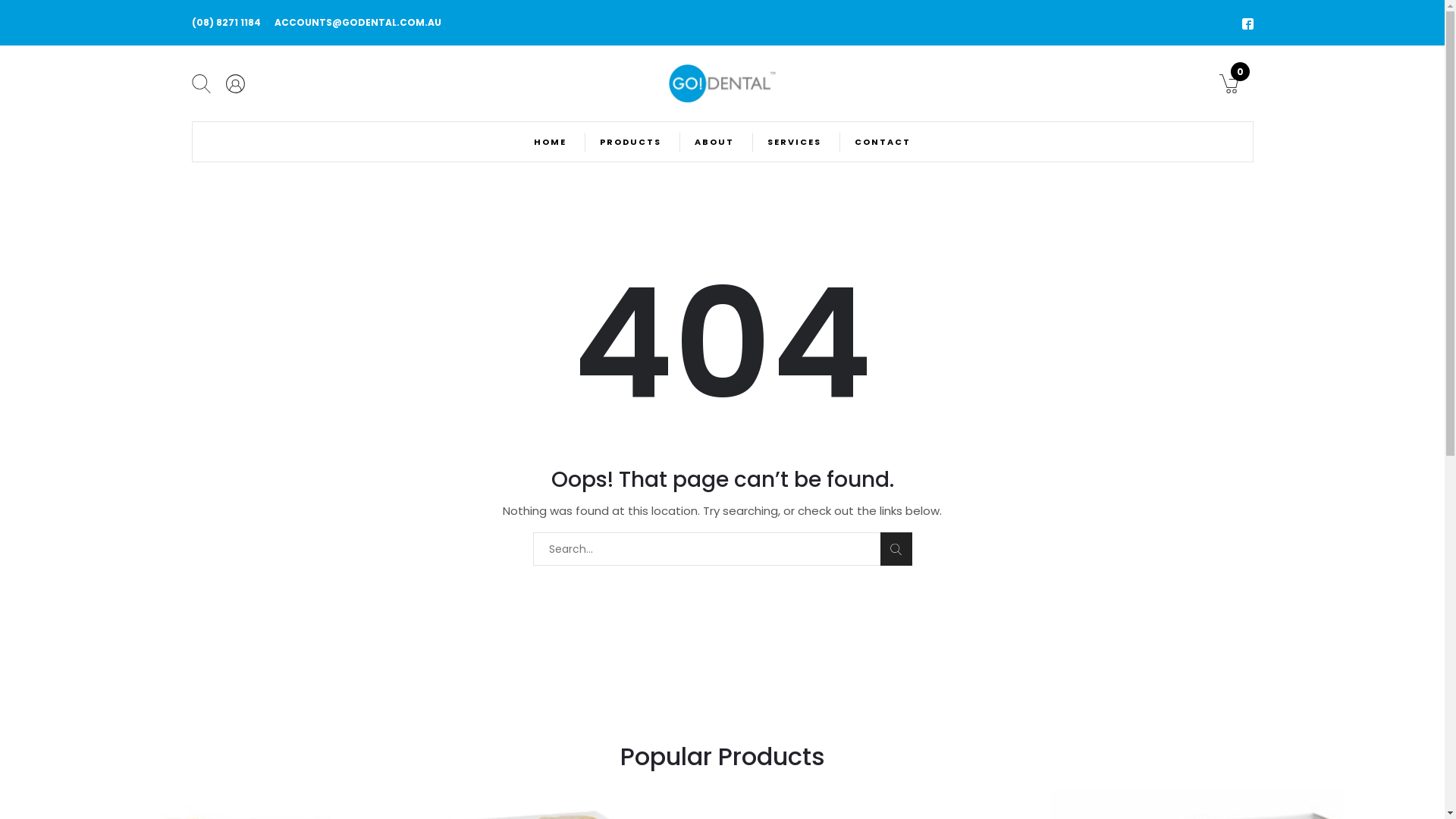 This screenshot has width=1456, height=819. What do you see at coordinates (549, 141) in the screenshot?
I see `'HOME'` at bounding box center [549, 141].